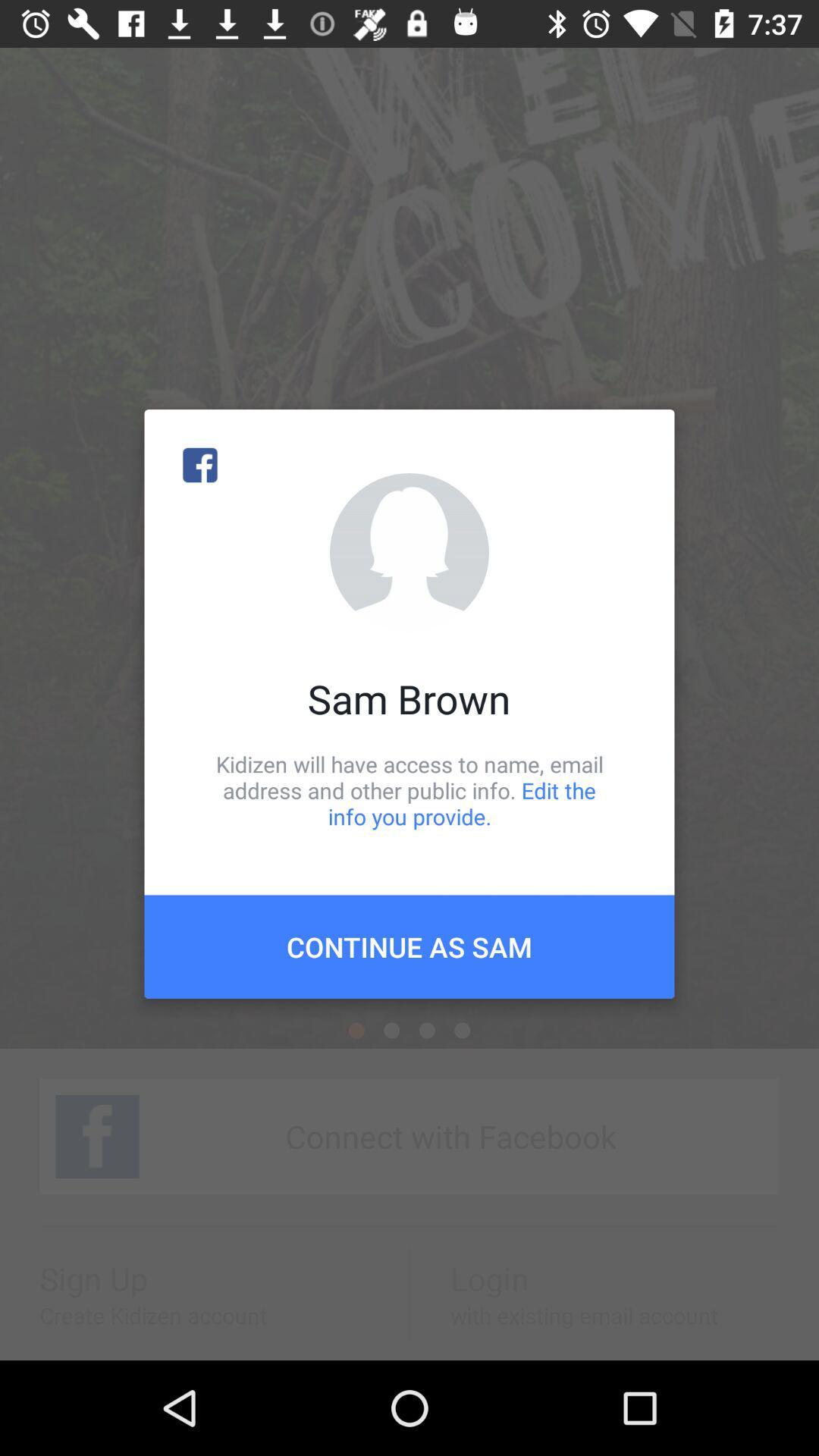 The width and height of the screenshot is (819, 1456). What do you see at coordinates (409, 946) in the screenshot?
I see `continue as sam item` at bounding box center [409, 946].